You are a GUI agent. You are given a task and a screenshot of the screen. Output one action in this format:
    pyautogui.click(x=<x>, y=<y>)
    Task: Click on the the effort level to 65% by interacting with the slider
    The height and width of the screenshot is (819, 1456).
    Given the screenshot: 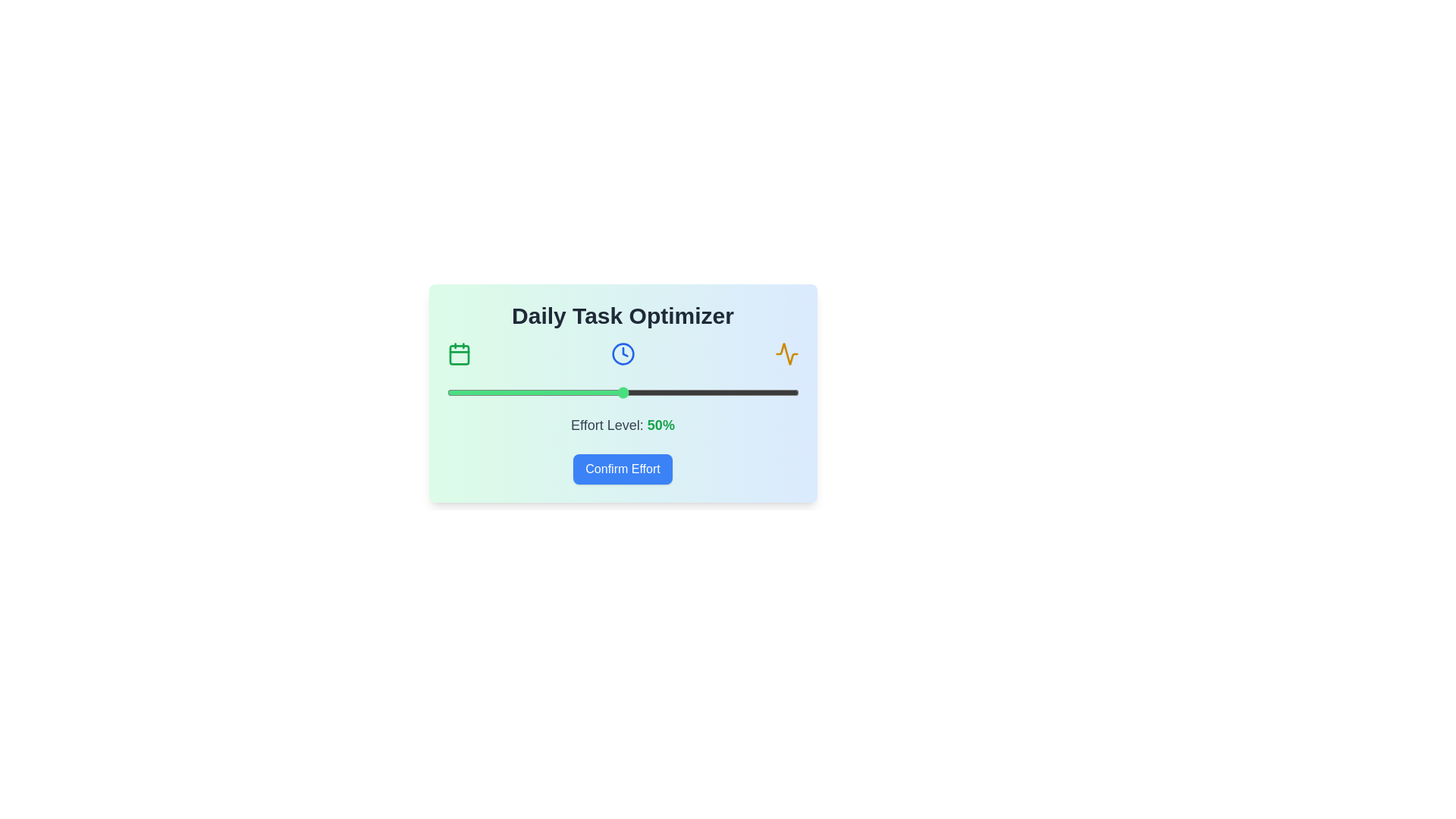 What is the action you would take?
    pyautogui.click(x=675, y=391)
    